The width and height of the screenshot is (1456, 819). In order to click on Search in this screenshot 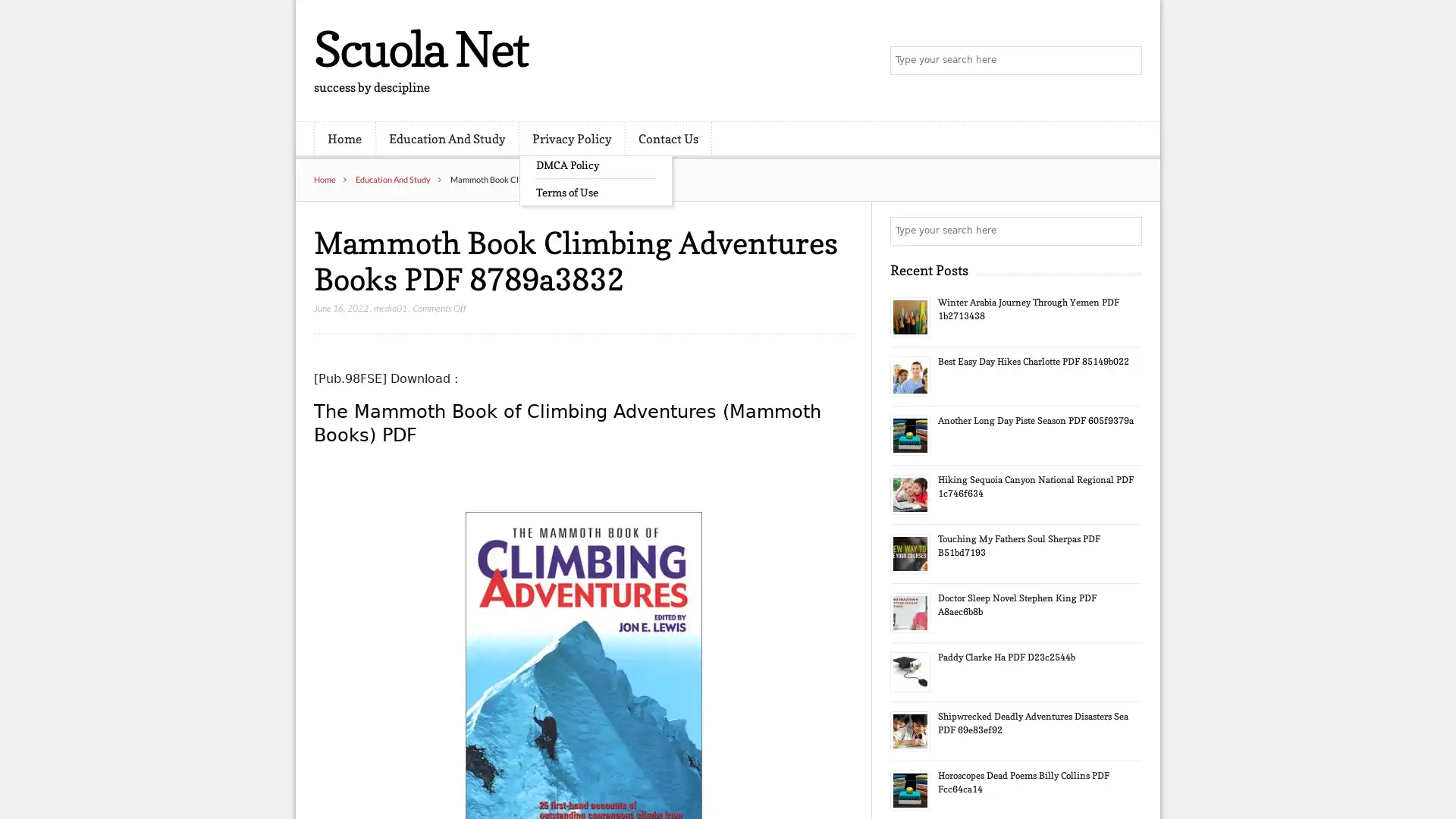, I will do `click(1126, 61)`.